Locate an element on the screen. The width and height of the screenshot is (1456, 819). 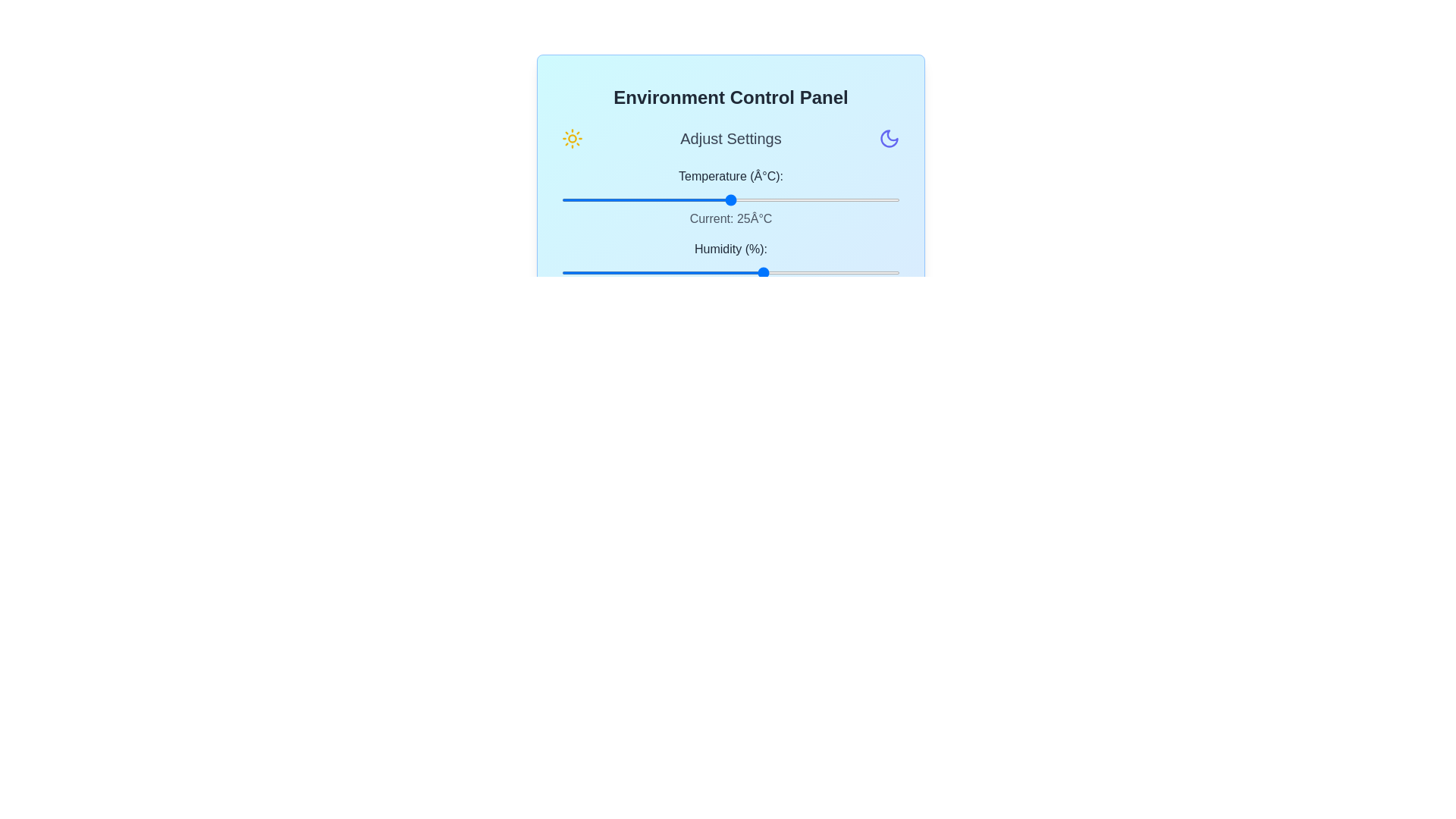
the humidity slider to 38% is located at coordinates (689, 271).